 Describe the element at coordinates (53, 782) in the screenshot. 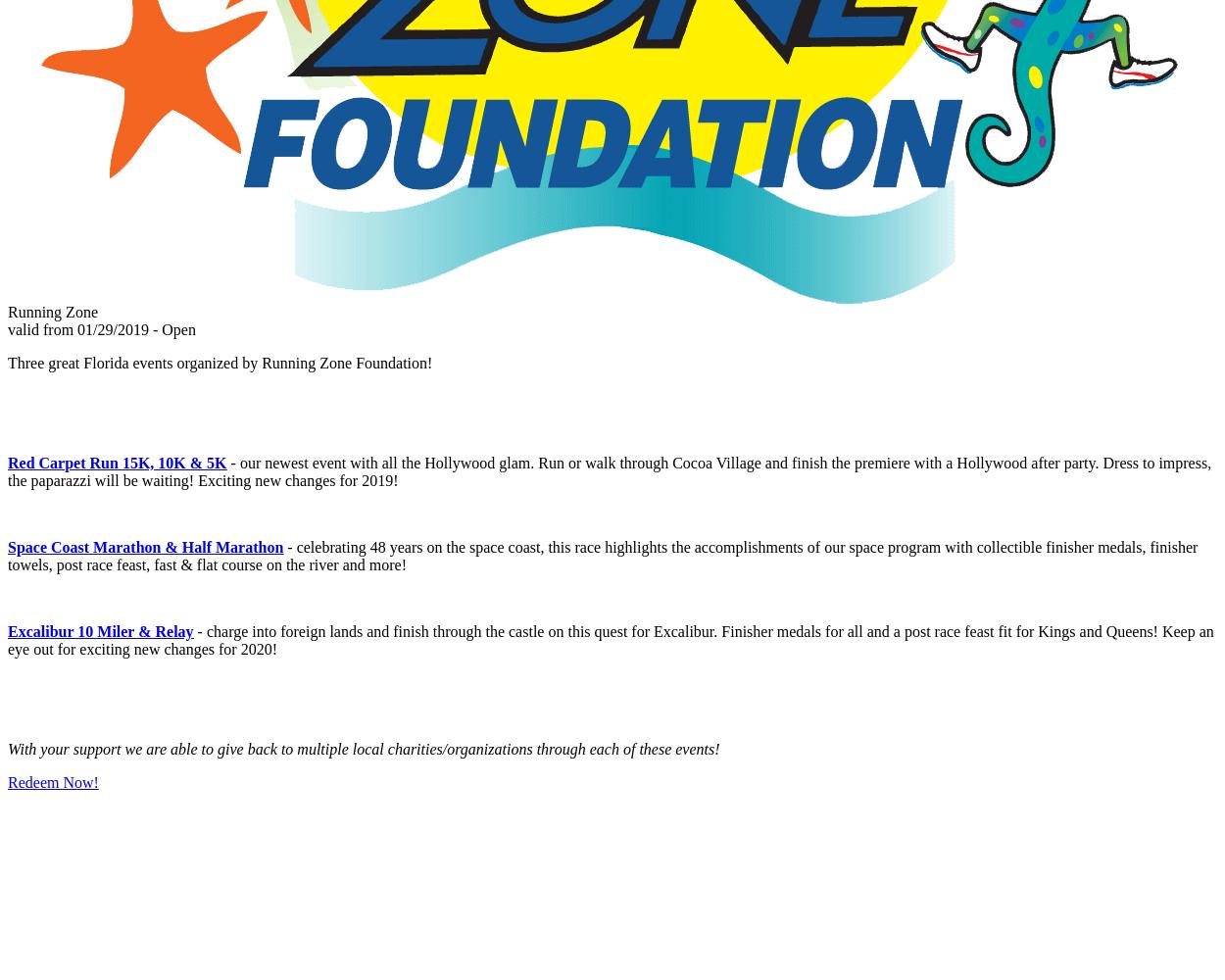

I see `'Redeem Now!'` at that location.